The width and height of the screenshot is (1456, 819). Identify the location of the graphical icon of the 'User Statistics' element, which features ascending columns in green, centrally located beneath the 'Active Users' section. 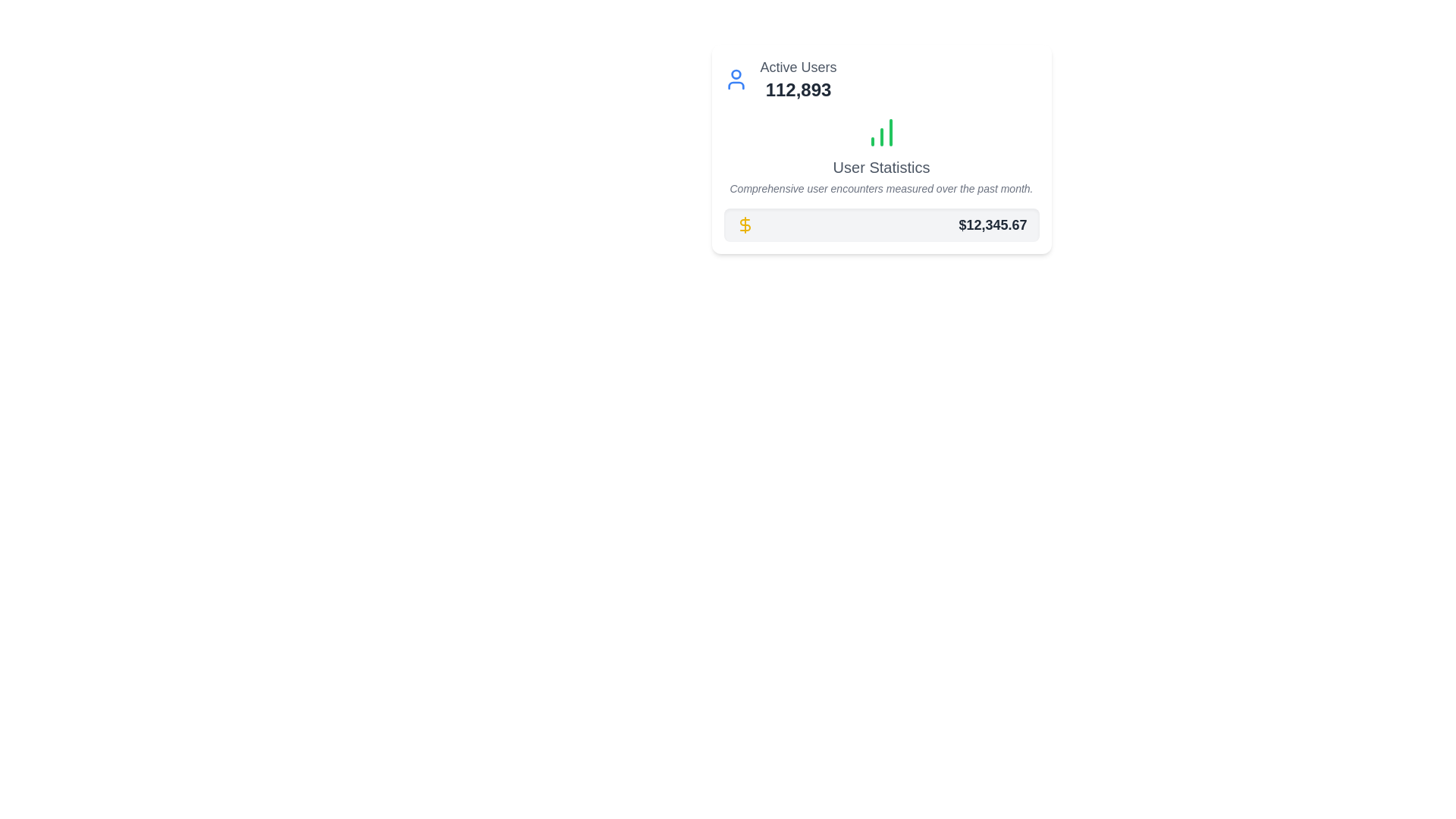
(881, 155).